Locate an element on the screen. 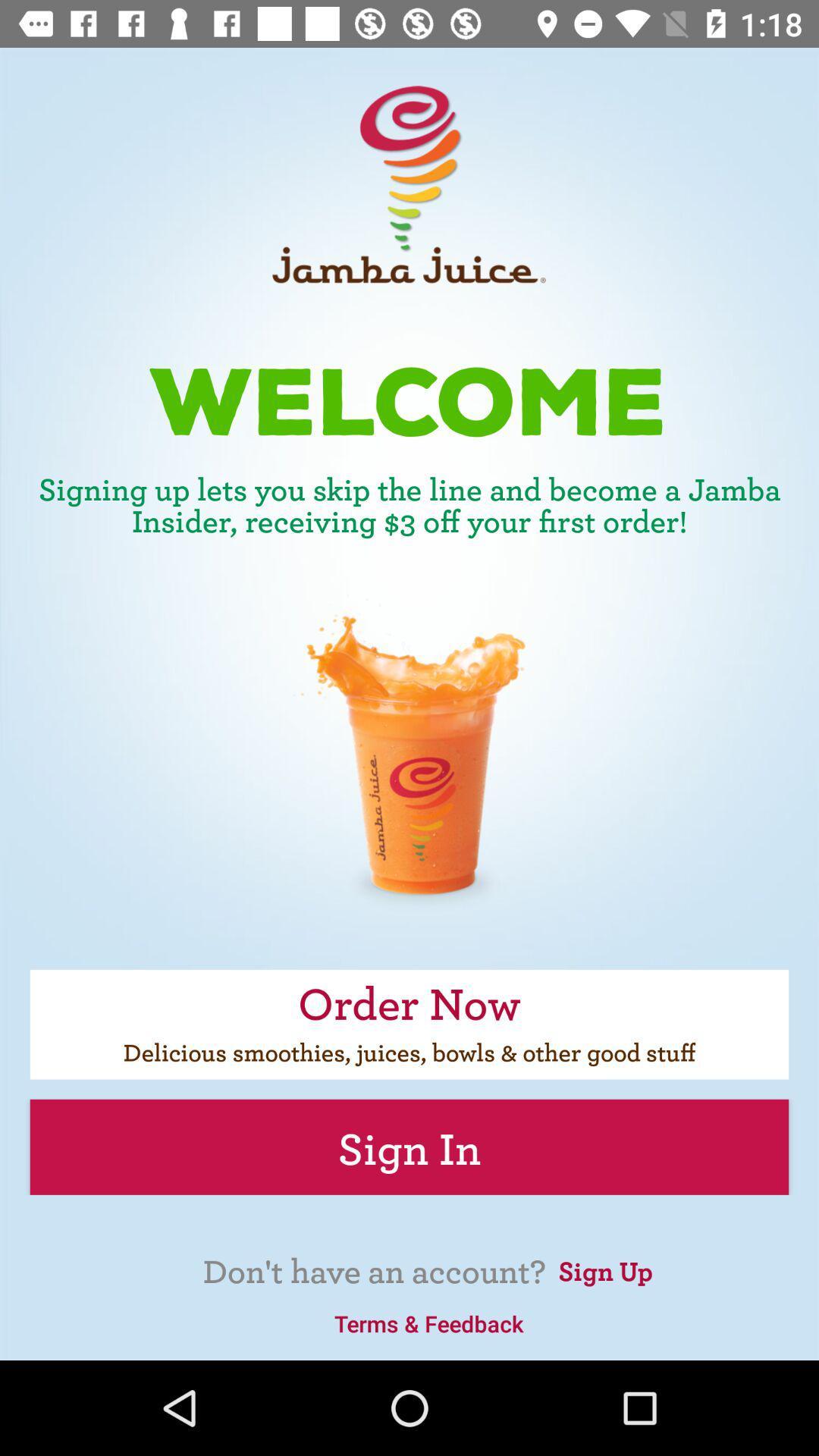  terms & feedback item is located at coordinates (428, 1323).